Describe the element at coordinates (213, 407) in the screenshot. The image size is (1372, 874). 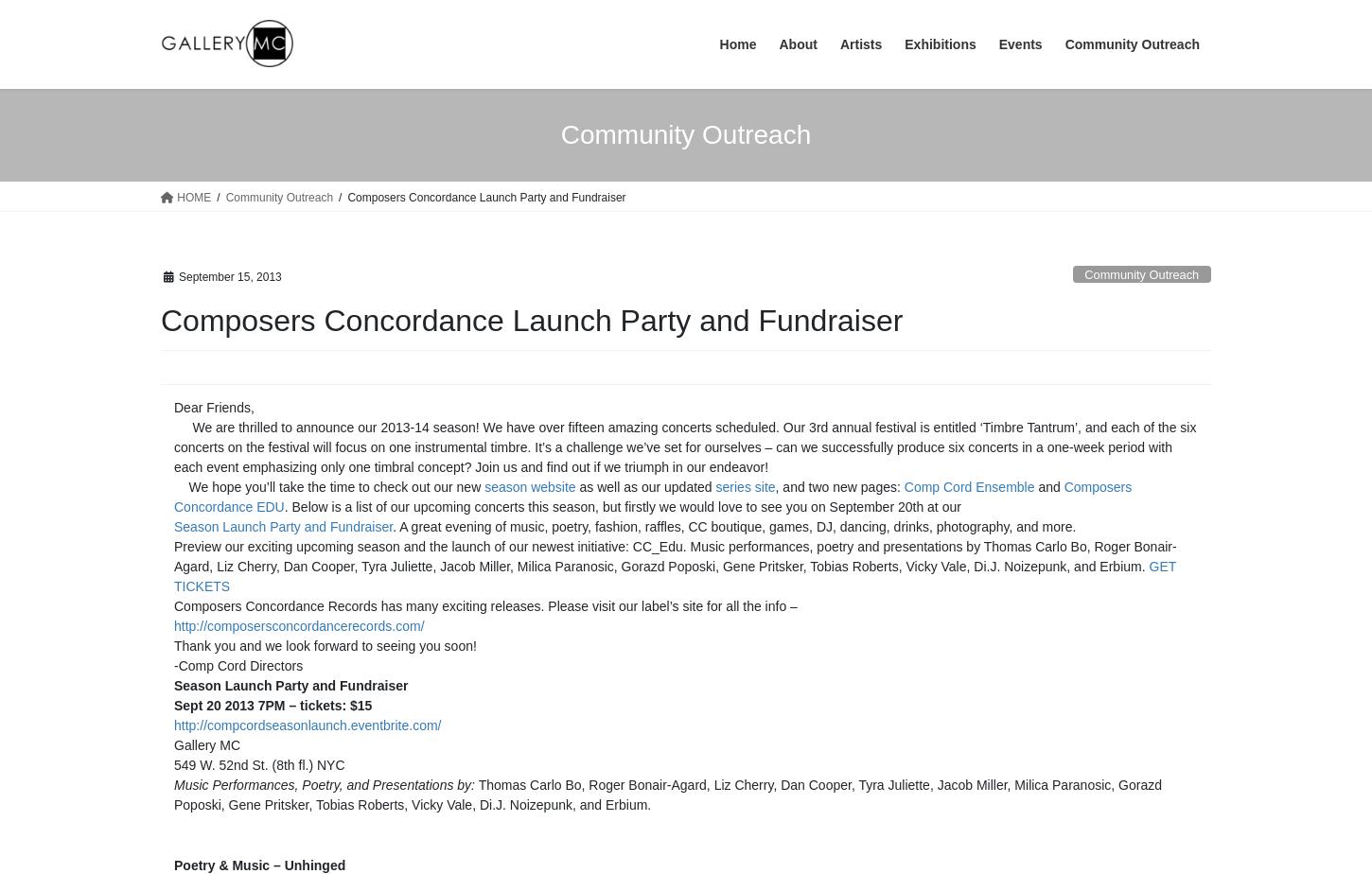
I see `'Dear Friends,'` at that location.